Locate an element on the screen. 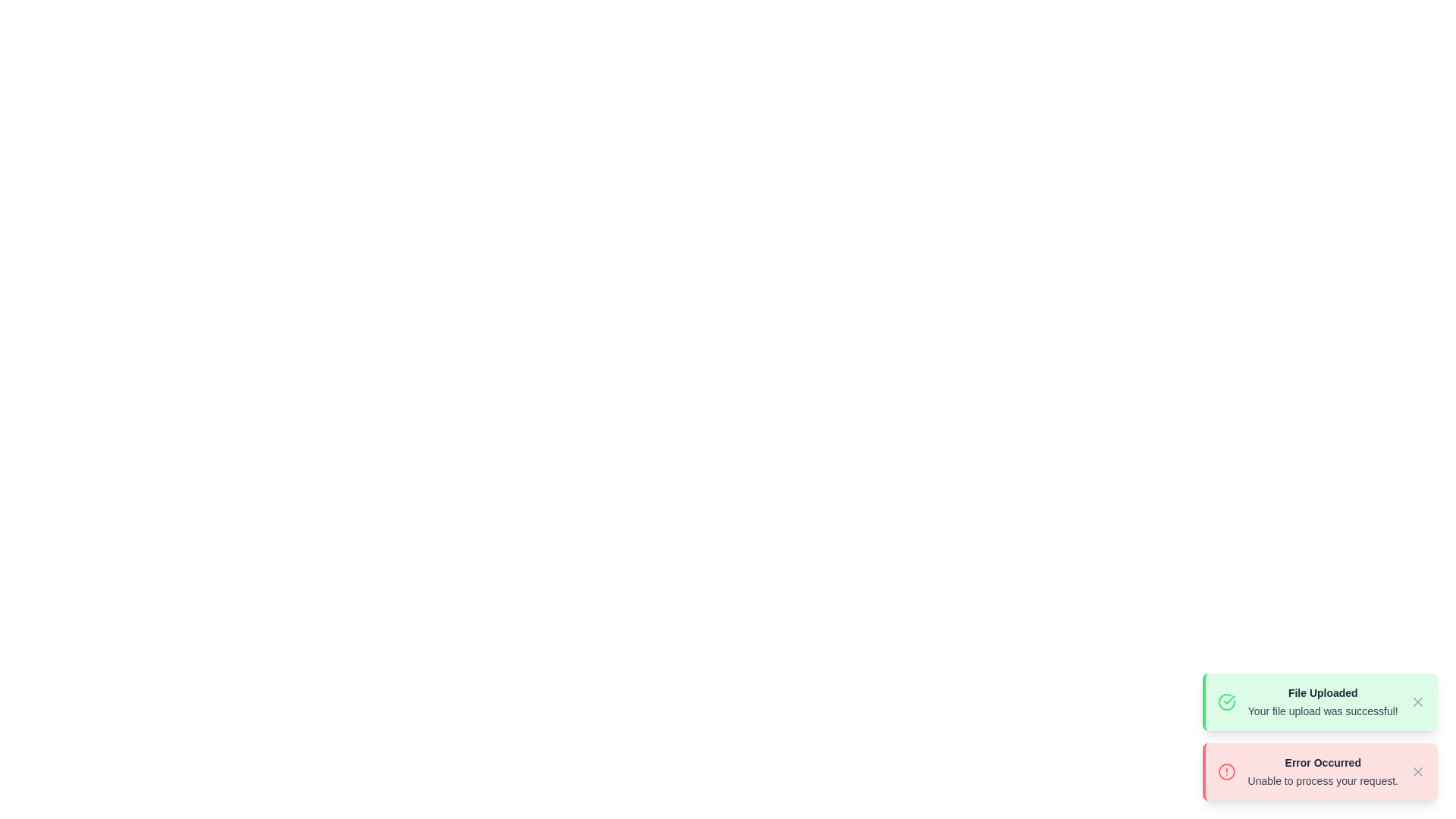 This screenshot has height=819, width=1456. the notification text block that displays 'File Uploaded' and 'Your file upload was successful!' within a light green background is located at coordinates (1322, 701).